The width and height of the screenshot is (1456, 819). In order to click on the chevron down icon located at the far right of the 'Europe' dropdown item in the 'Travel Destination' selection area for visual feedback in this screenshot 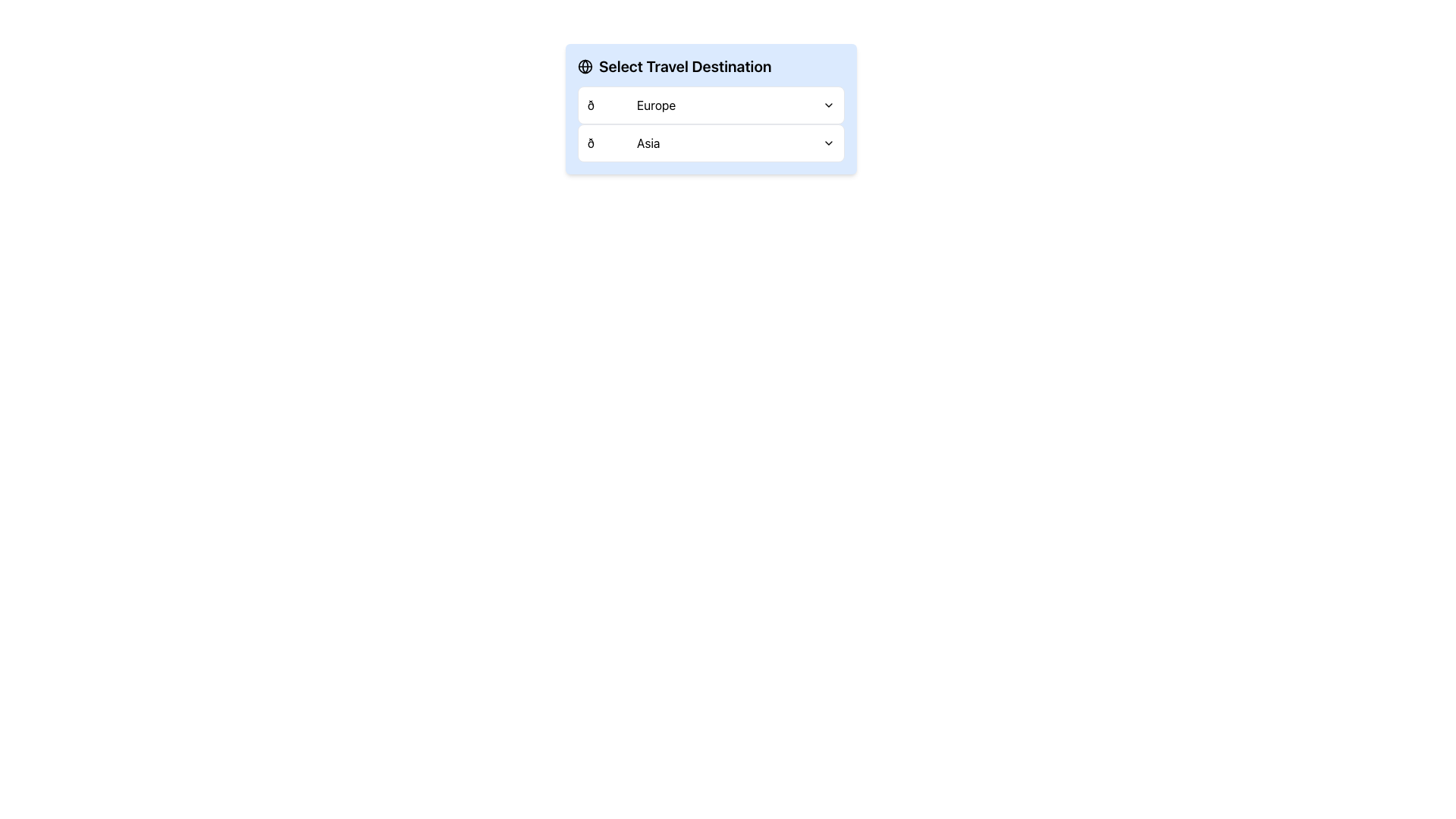, I will do `click(828, 104)`.